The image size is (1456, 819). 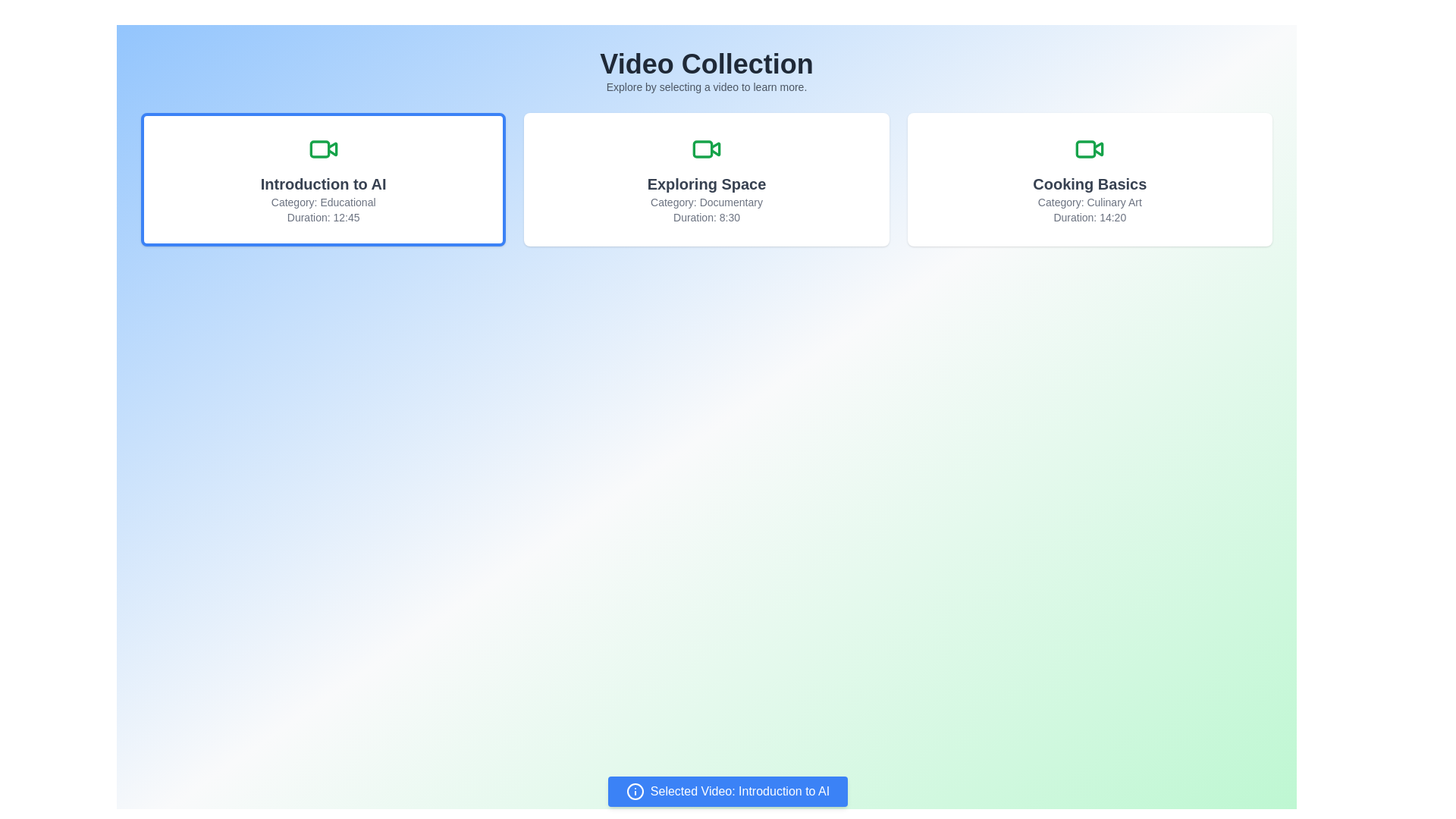 I want to click on instructional text 'Explore by selecting a video to learn more.' located directly beneath the main heading 'Video Collection', so click(x=705, y=87).